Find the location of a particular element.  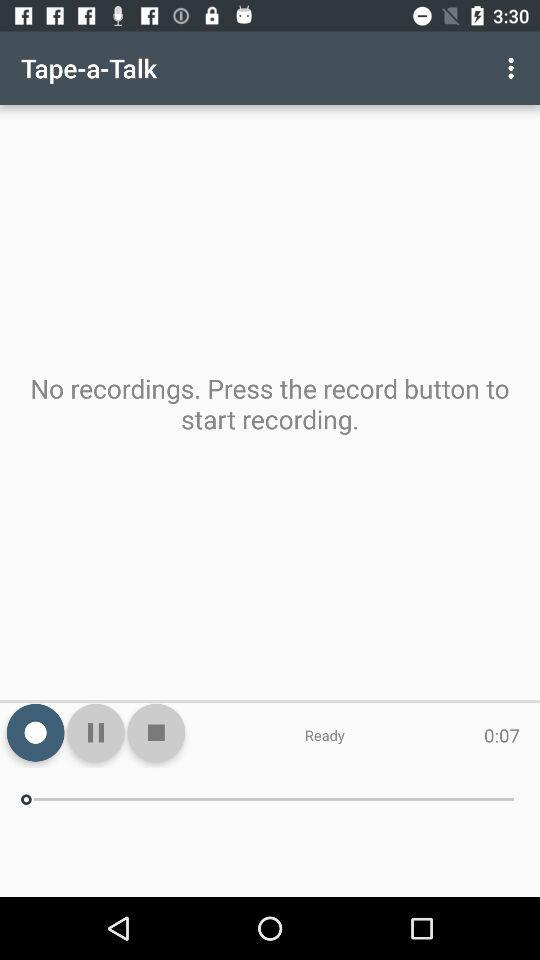

the pause icon is located at coordinates (95, 731).